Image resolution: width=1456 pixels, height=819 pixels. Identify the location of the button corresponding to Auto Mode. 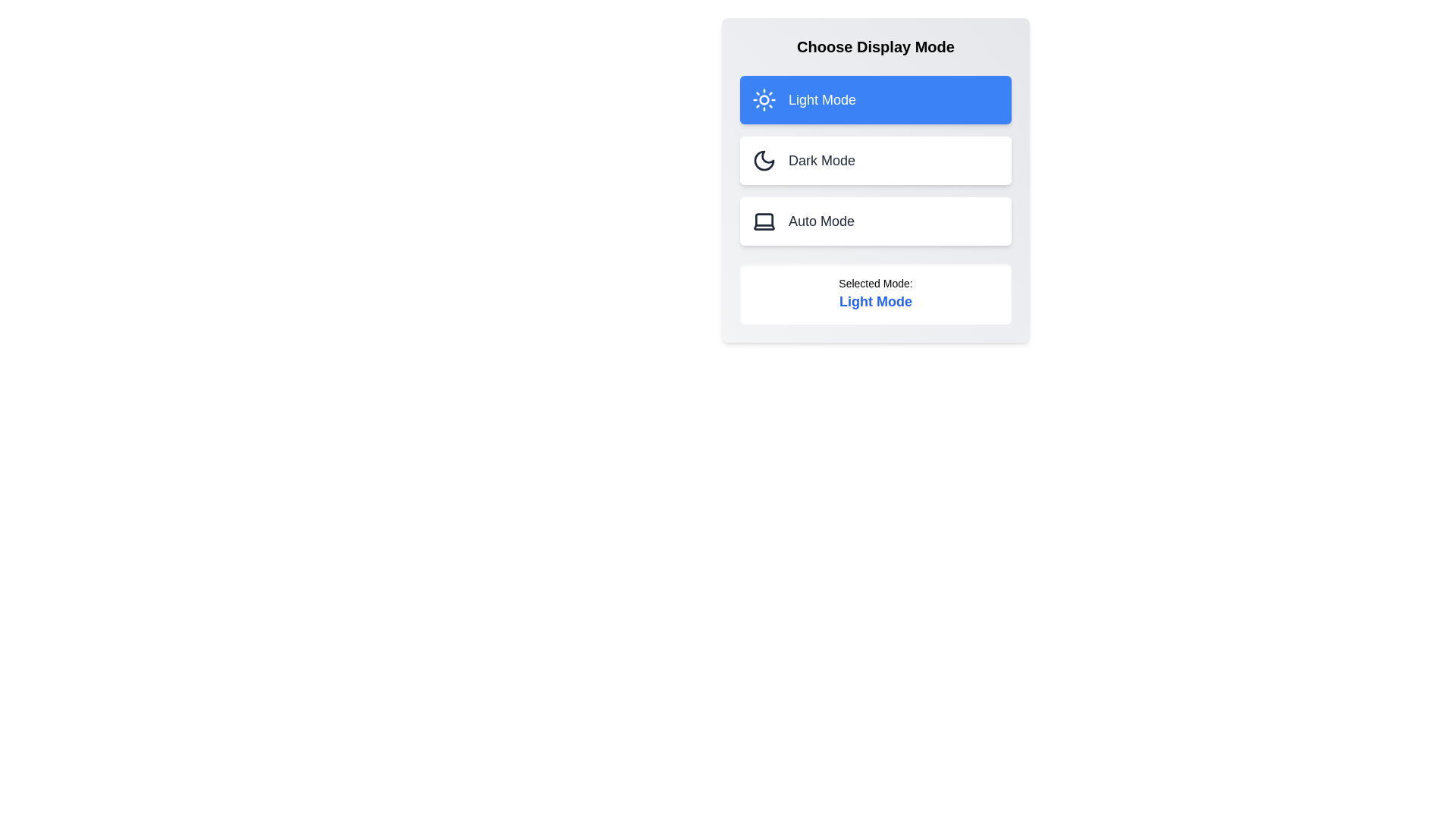
(876, 221).